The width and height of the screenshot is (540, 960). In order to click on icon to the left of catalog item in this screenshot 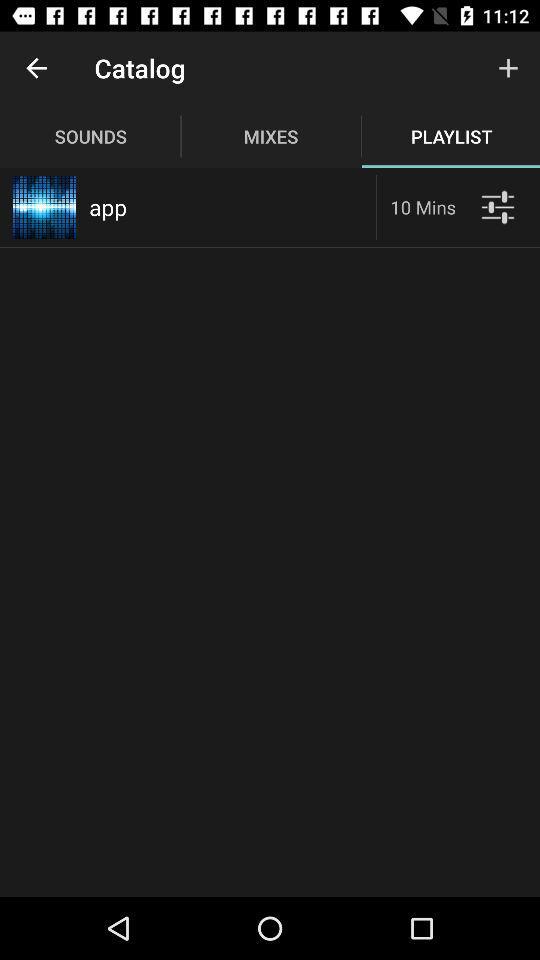, I will do `click(36, 68)`.